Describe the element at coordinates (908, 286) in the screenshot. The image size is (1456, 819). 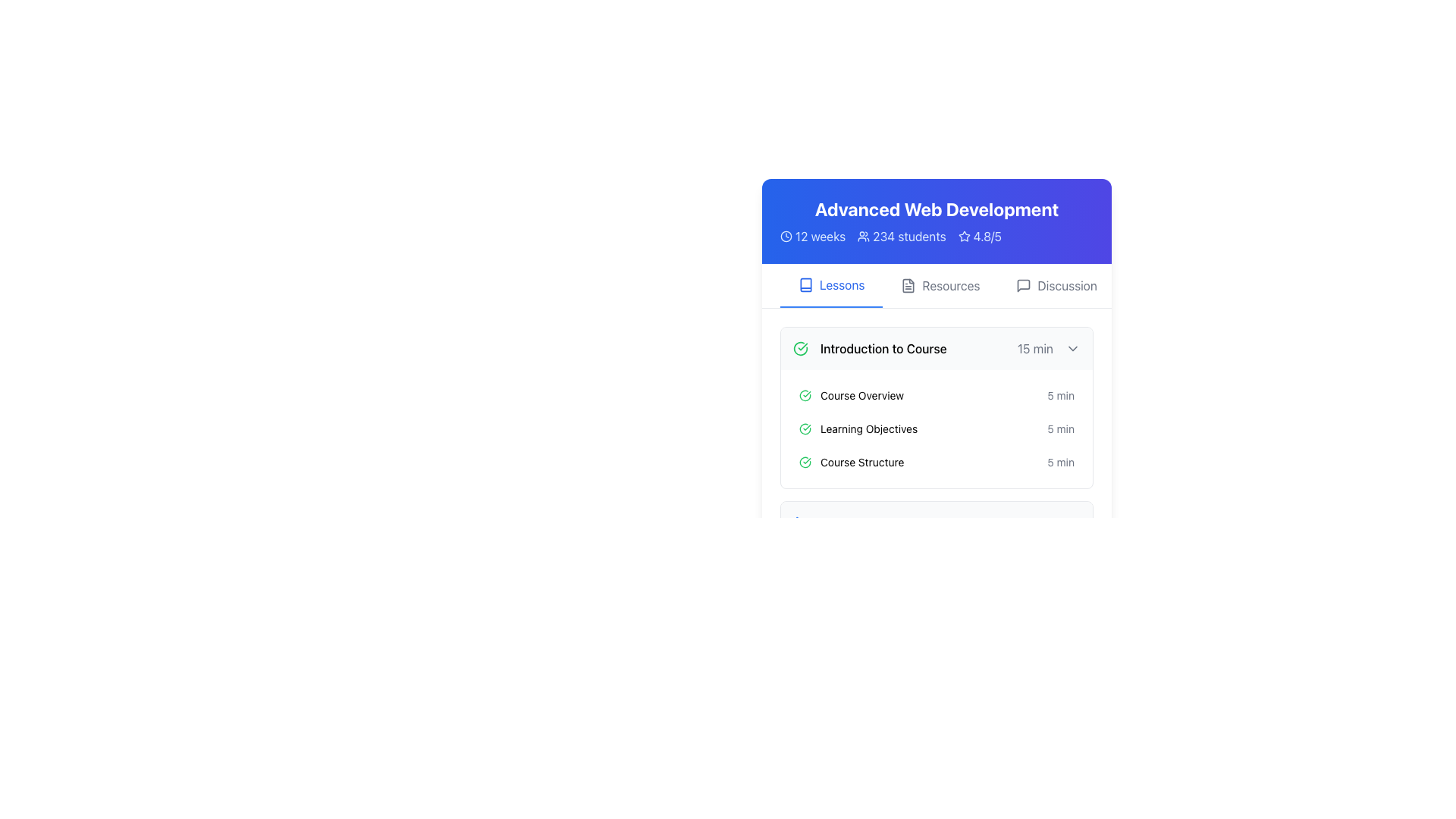
I see `the 'Resources' tab icon in the navigation menu` at that location.